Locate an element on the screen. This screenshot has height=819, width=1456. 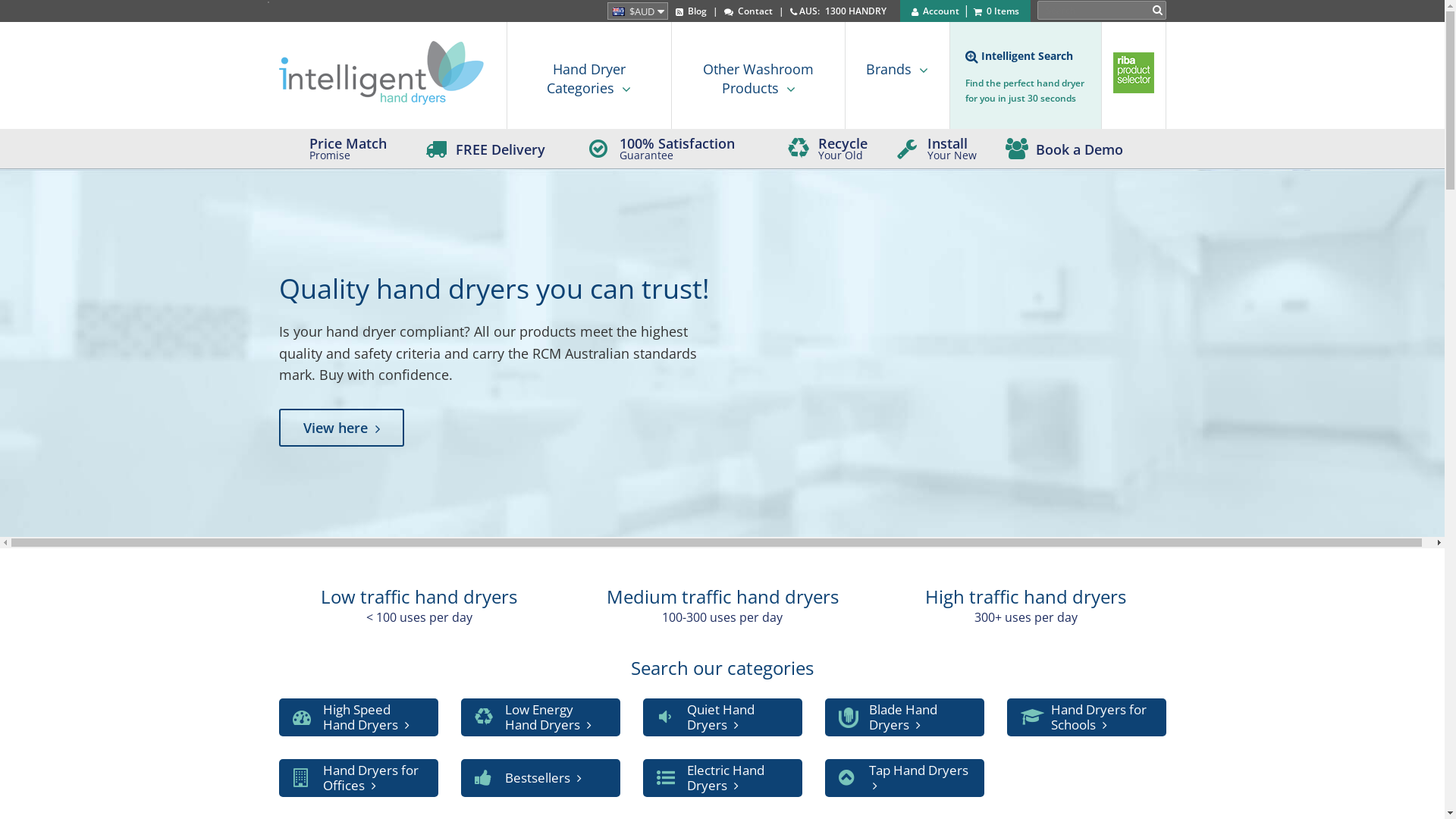
'Quiet Hand Dryers' is located at coordinates (722, 717).